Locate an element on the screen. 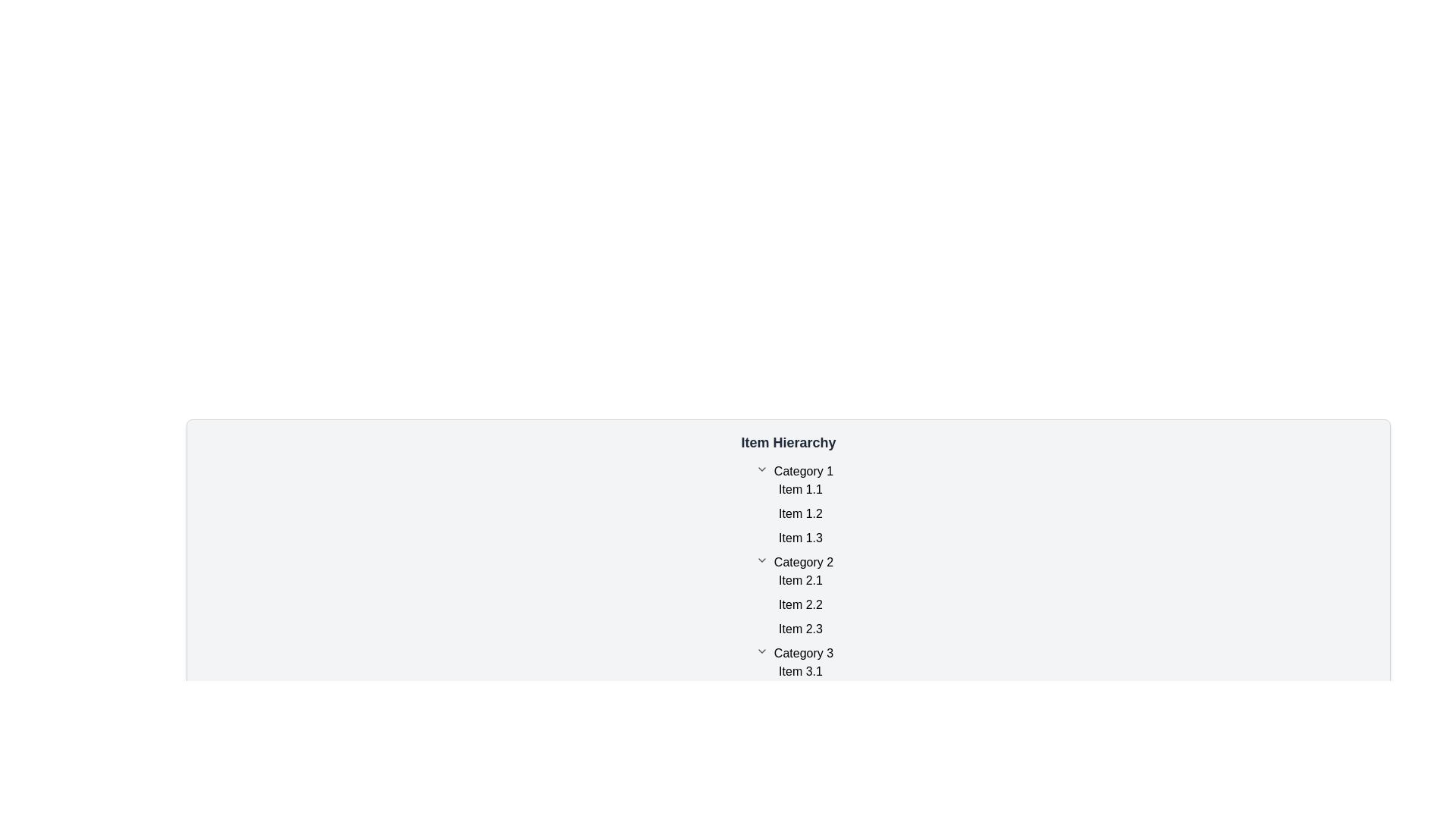 This screenshot has height=819, width=1456. the text label displaying 'Item 2.2' located under 'Category 2', which is visually separated from other items and centered horizontally in the interface is located at coordinates (800, 604).